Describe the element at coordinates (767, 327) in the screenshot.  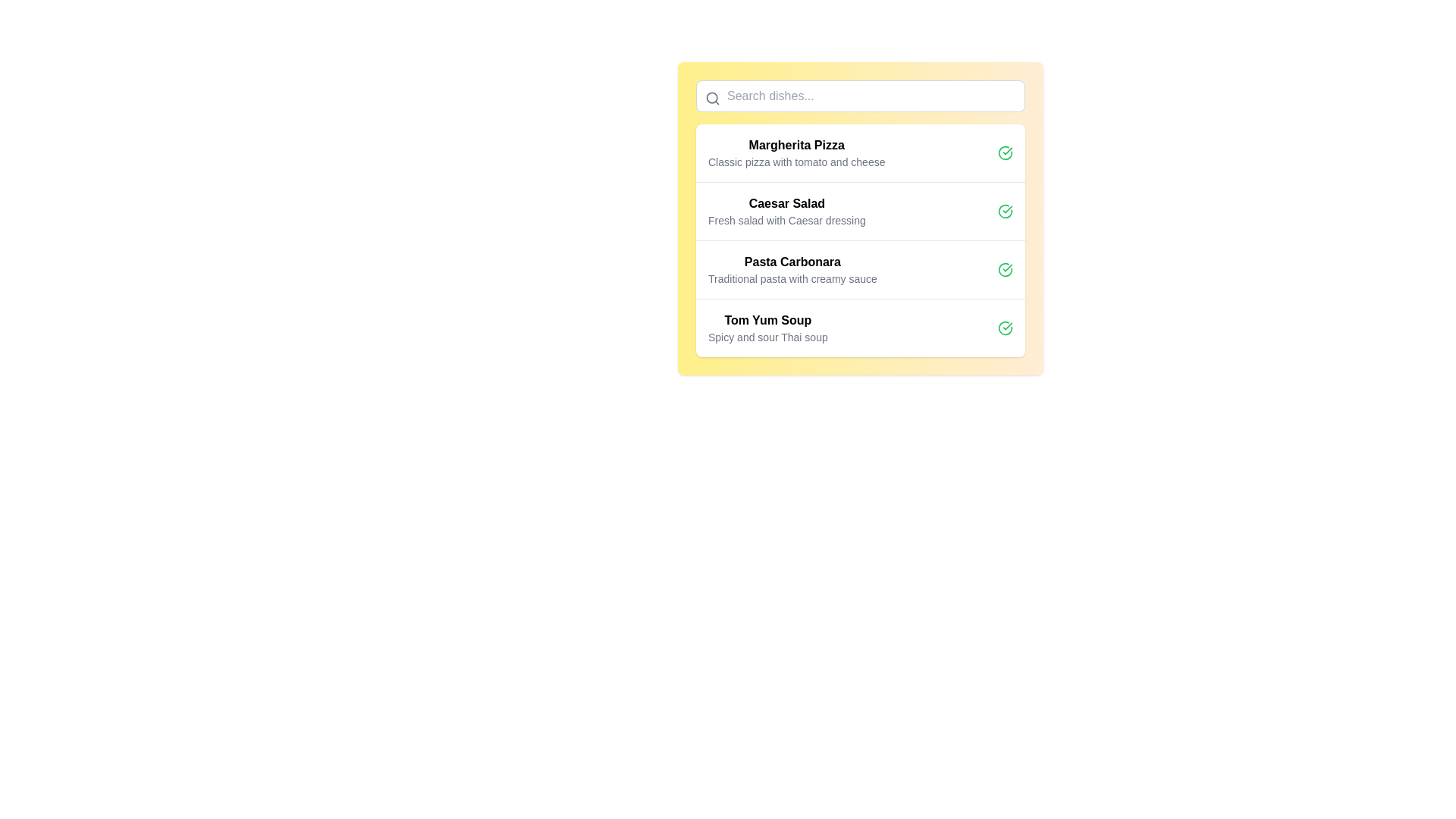
I see `the menu item labeled 'Tom Yum Soup', which is the fourth entry in the vertically arranged list of menu items, positioned below 'Pasta Carbonara'` at that location.